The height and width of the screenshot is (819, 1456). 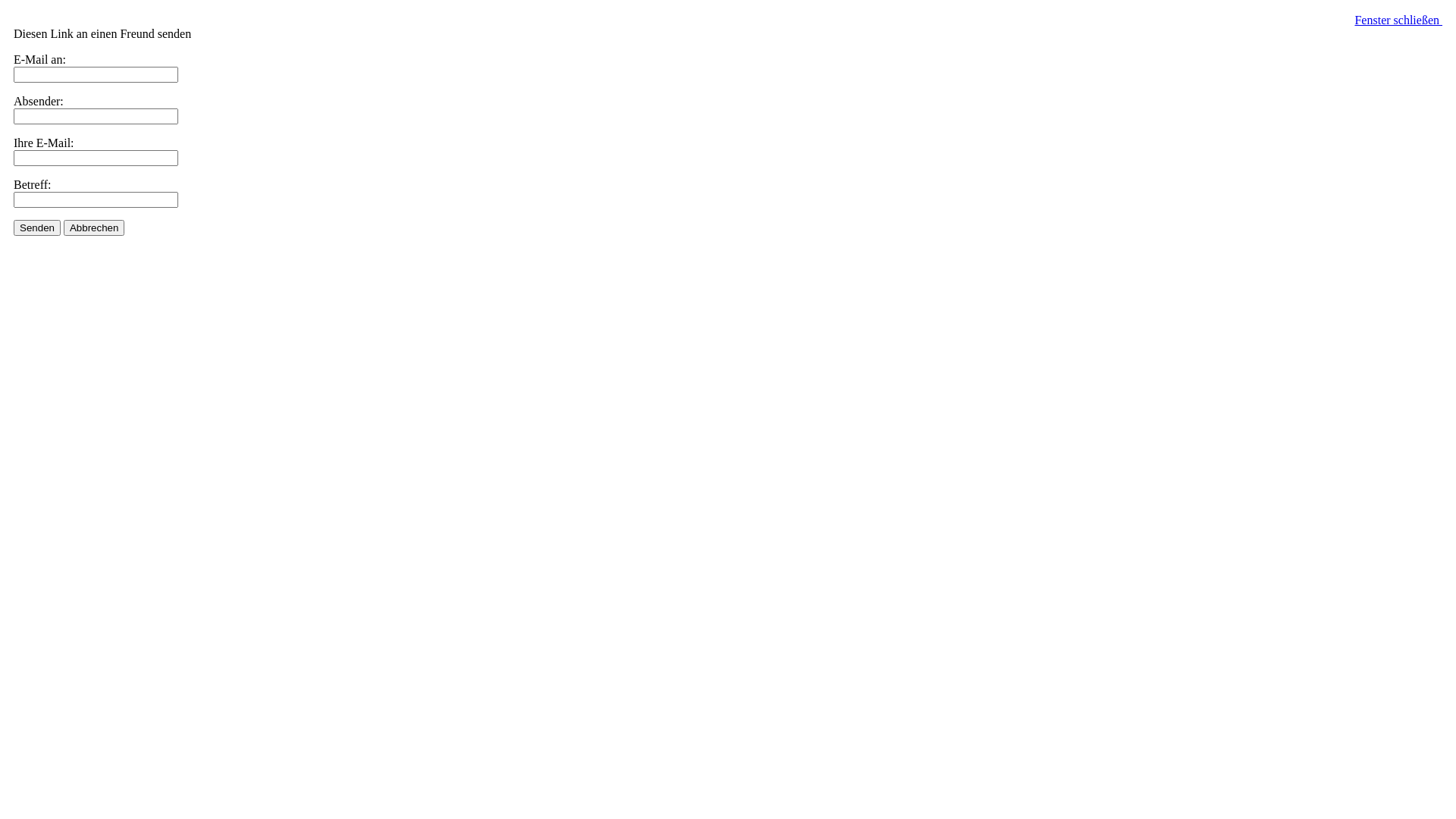 I want to click on 'Senden', so click(x=36, y=227).